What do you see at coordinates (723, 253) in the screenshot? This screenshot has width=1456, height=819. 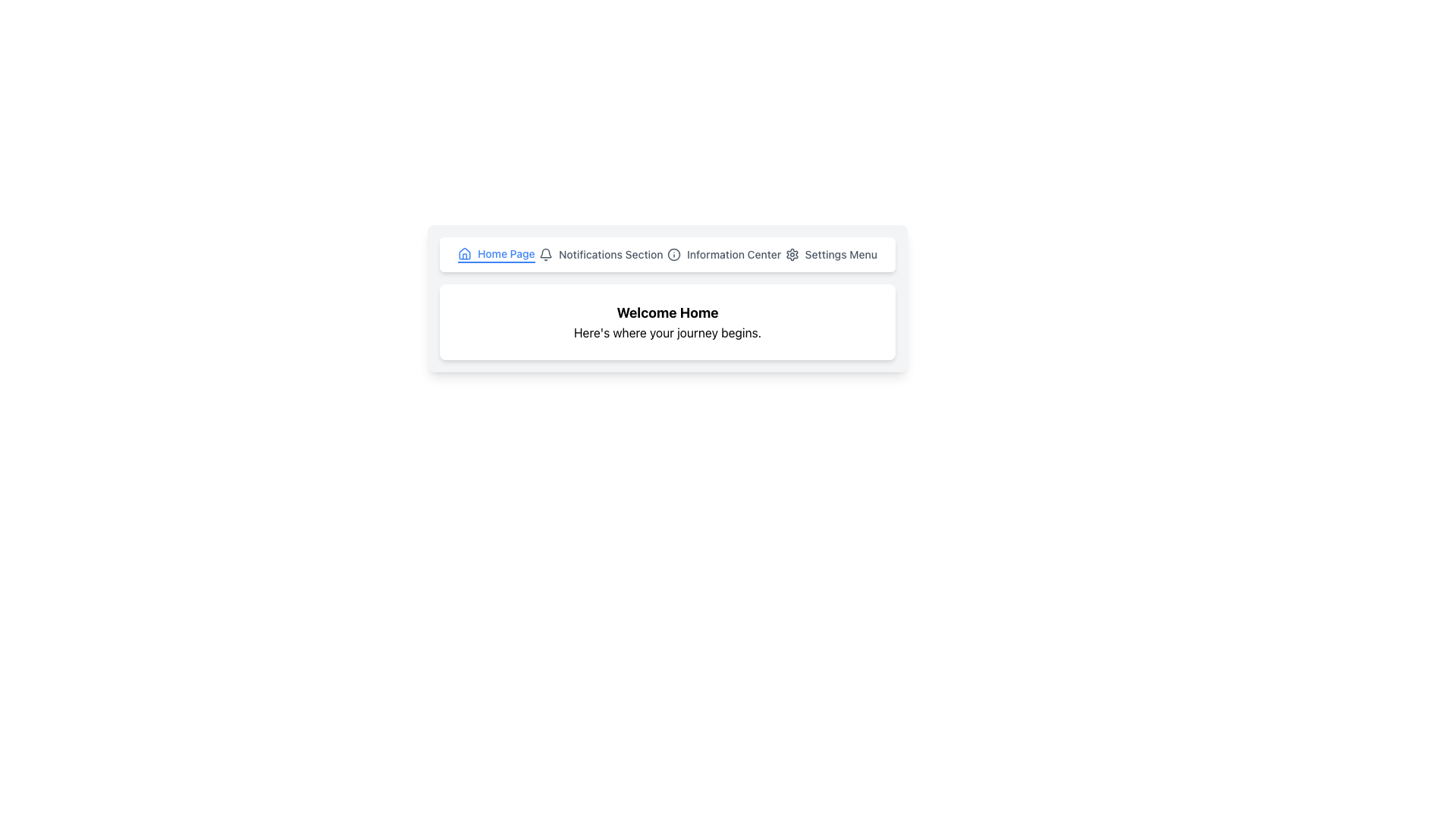 I see `the 'Information Center' button in the navigation menu` at bounding box center [723, 253].